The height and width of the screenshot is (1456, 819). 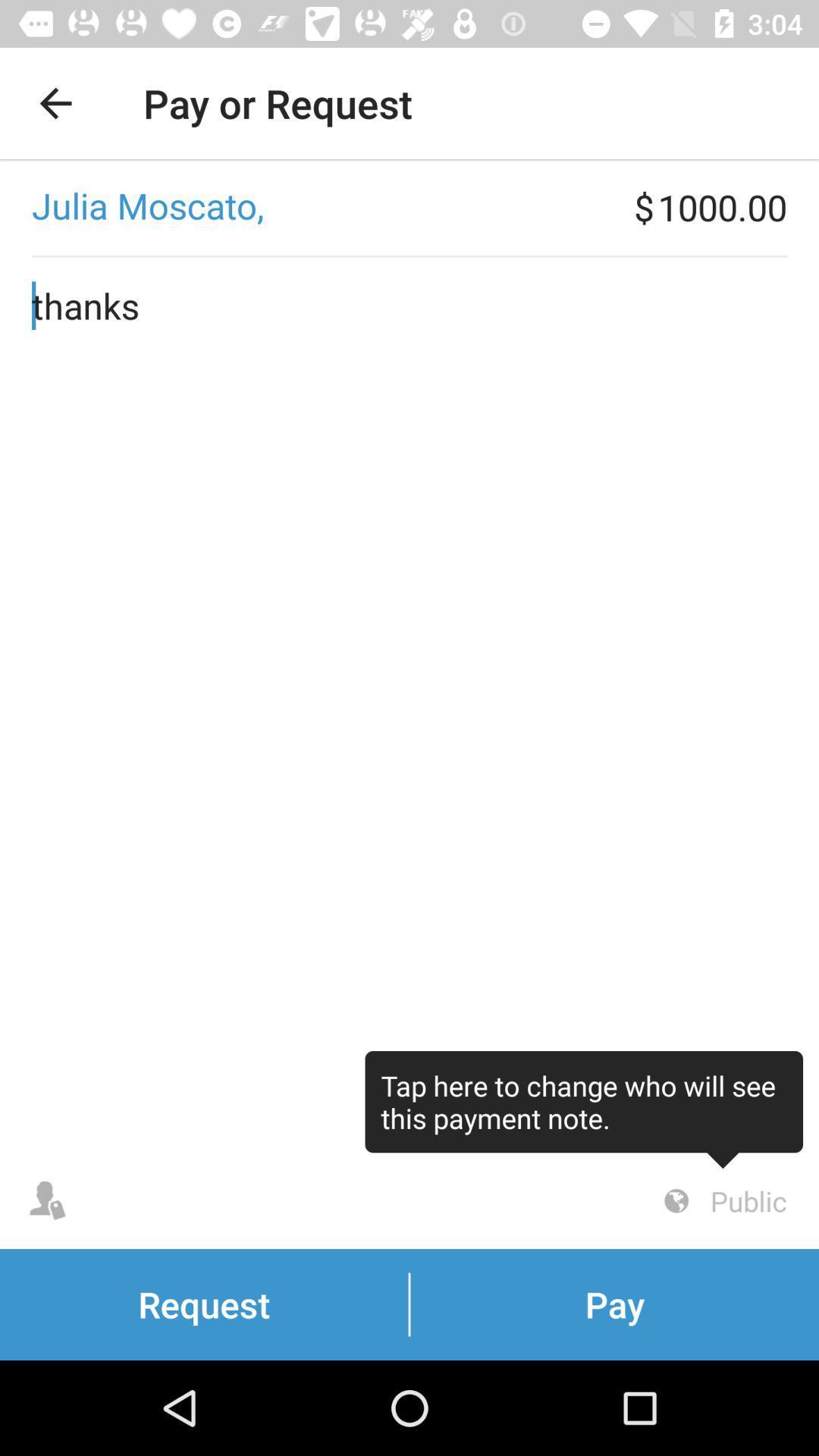 What do you see at coordinates (55, 102) in the screenshot?
I see `the icon to the left of pay or request app` at bounding box center [55, 102].